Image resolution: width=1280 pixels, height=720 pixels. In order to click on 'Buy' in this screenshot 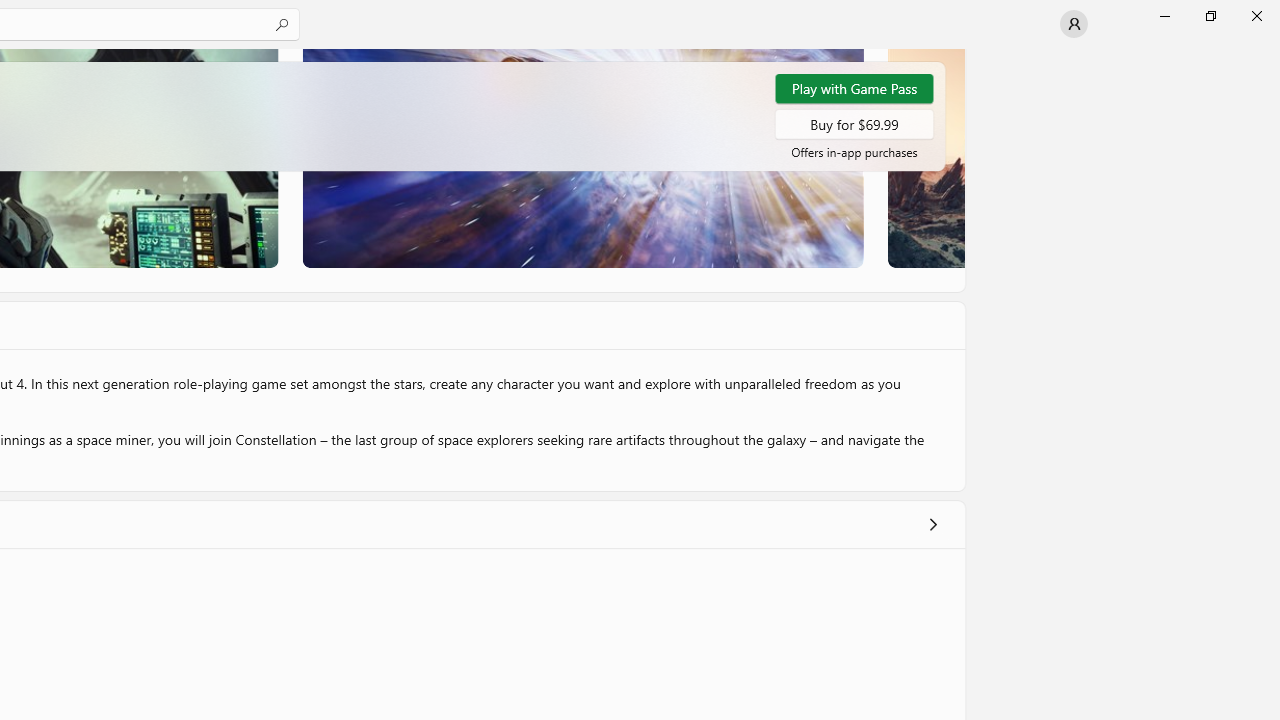, I will do `click(854, 123)`.